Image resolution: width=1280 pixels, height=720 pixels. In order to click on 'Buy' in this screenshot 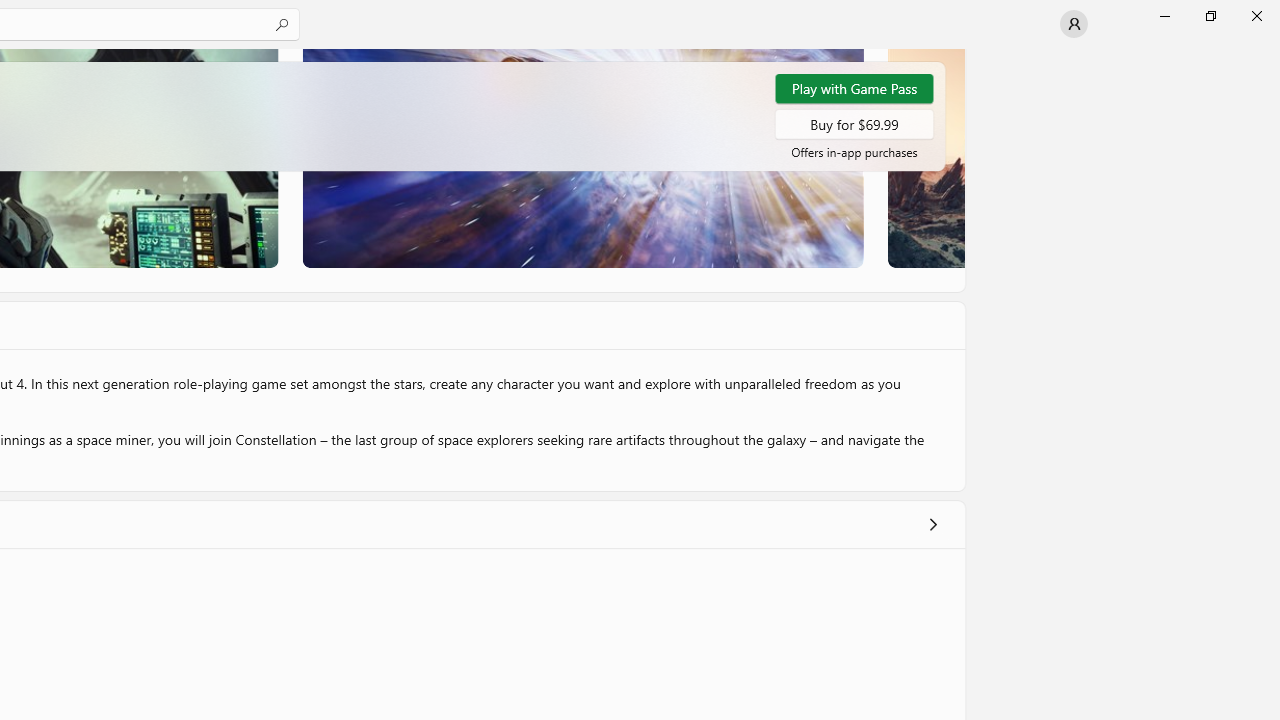, I will do `click(854, 123)`.